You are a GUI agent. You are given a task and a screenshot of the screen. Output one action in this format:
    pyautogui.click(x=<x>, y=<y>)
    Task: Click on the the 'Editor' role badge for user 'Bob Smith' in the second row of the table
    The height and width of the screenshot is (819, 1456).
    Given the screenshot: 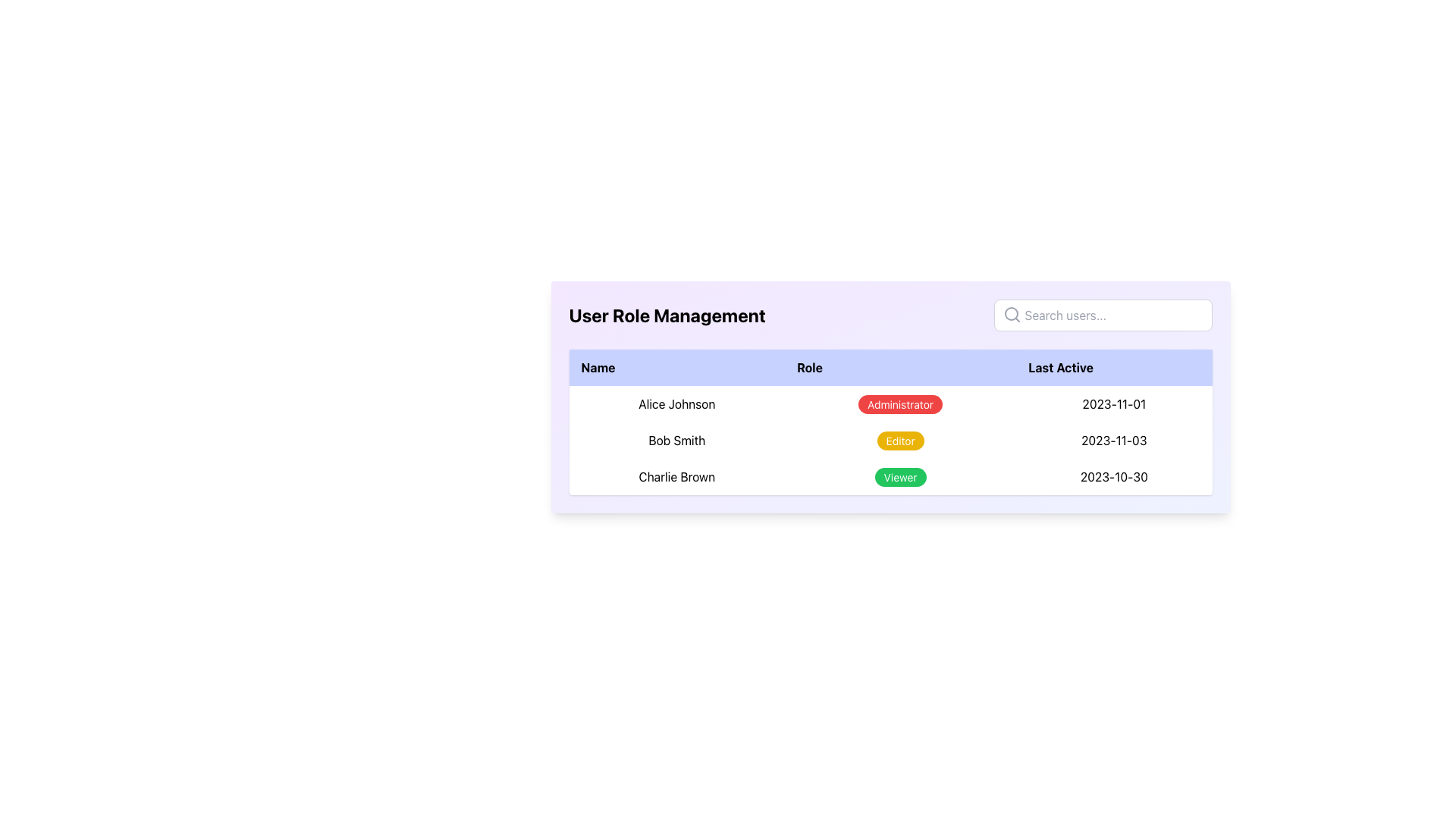 What is the action you would take?
    pyautogui.click(x=900, y=441)
    